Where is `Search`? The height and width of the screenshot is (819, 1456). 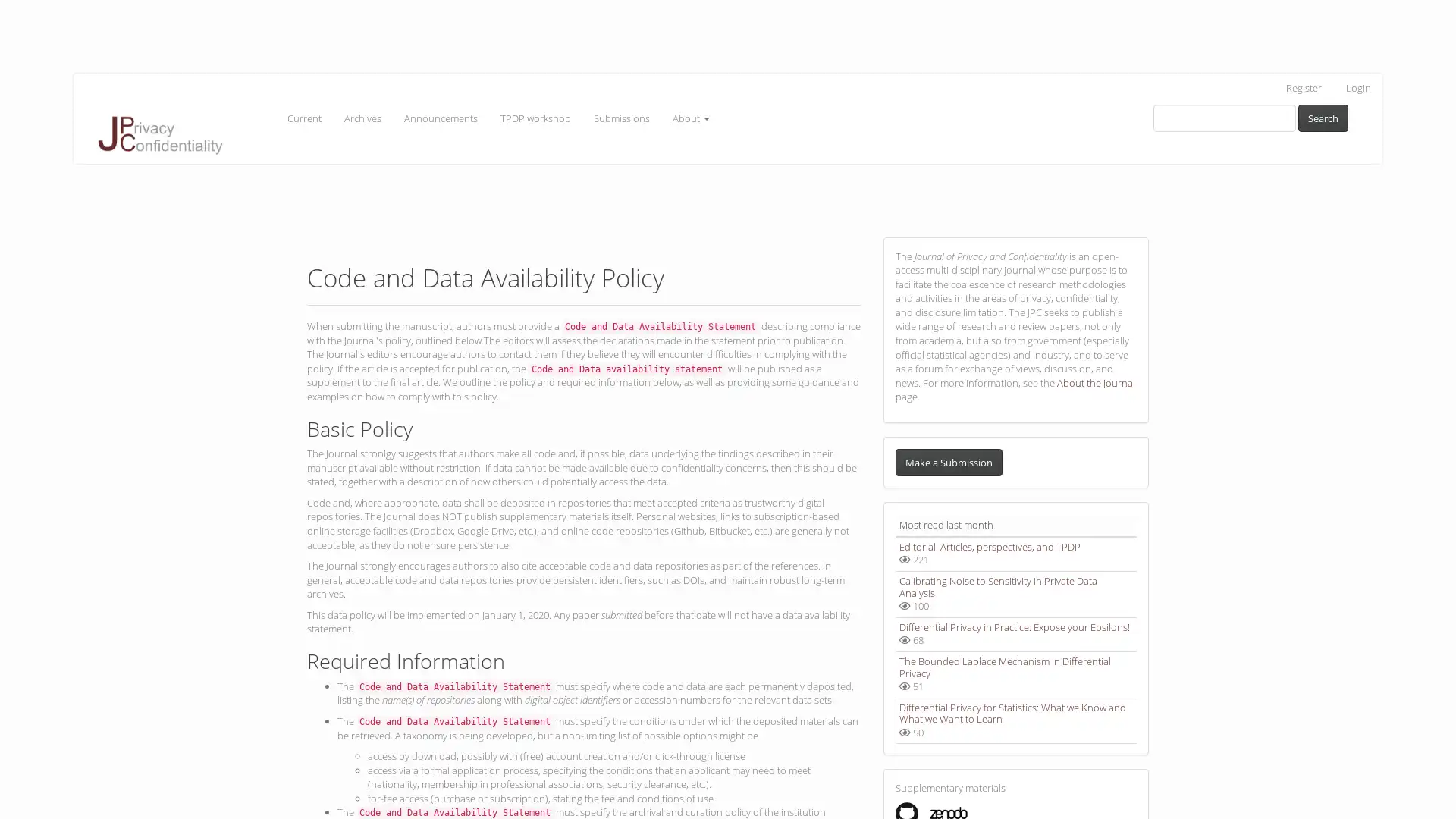 Search is located at coordinates (1323, 117).